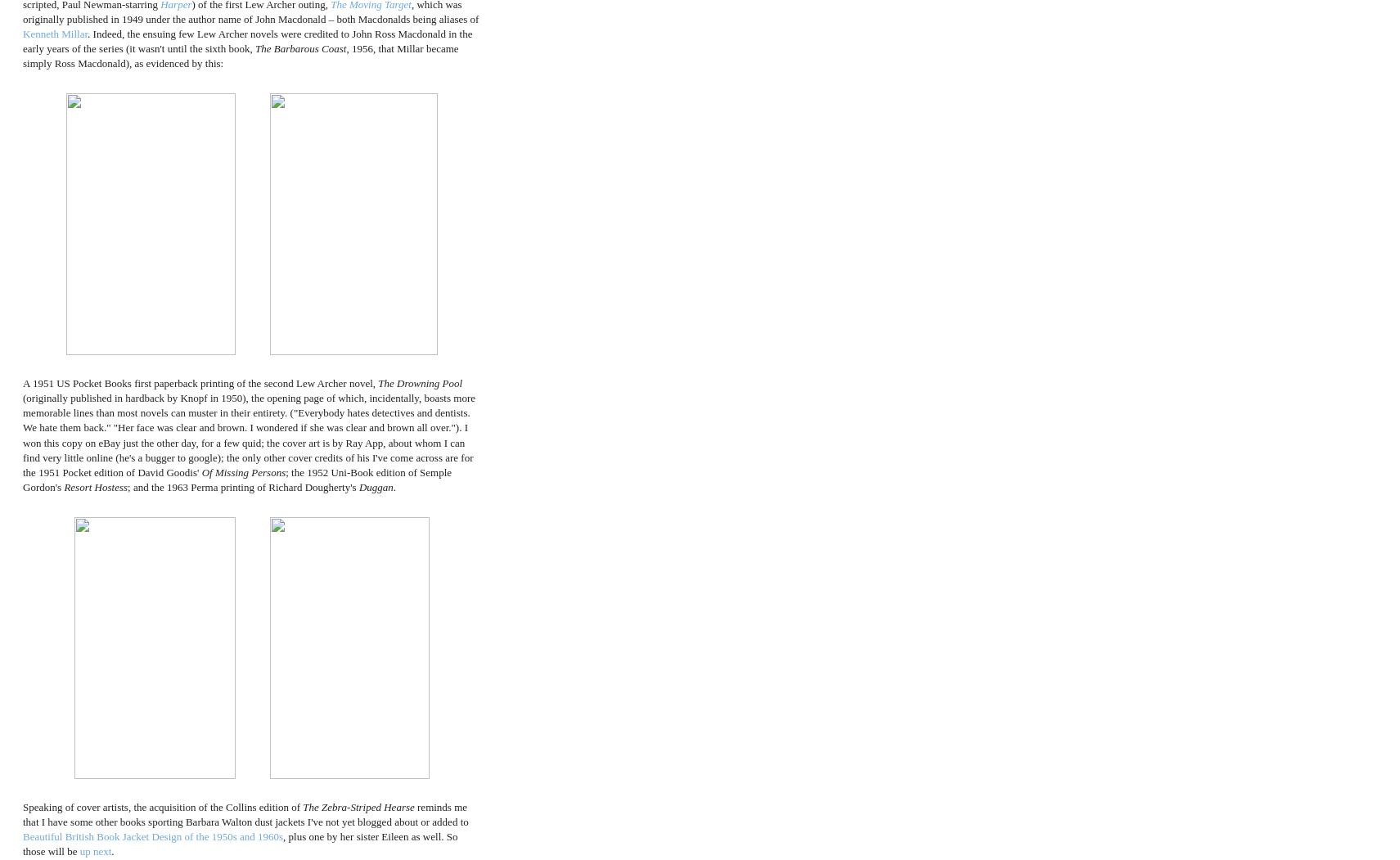 The height and width of the screenshot is (860, 1400). Describe the element at coordinates (240, 843) in the screenshot. I see `', plus one by her sister Eileen as well. So those will be'` at that location.